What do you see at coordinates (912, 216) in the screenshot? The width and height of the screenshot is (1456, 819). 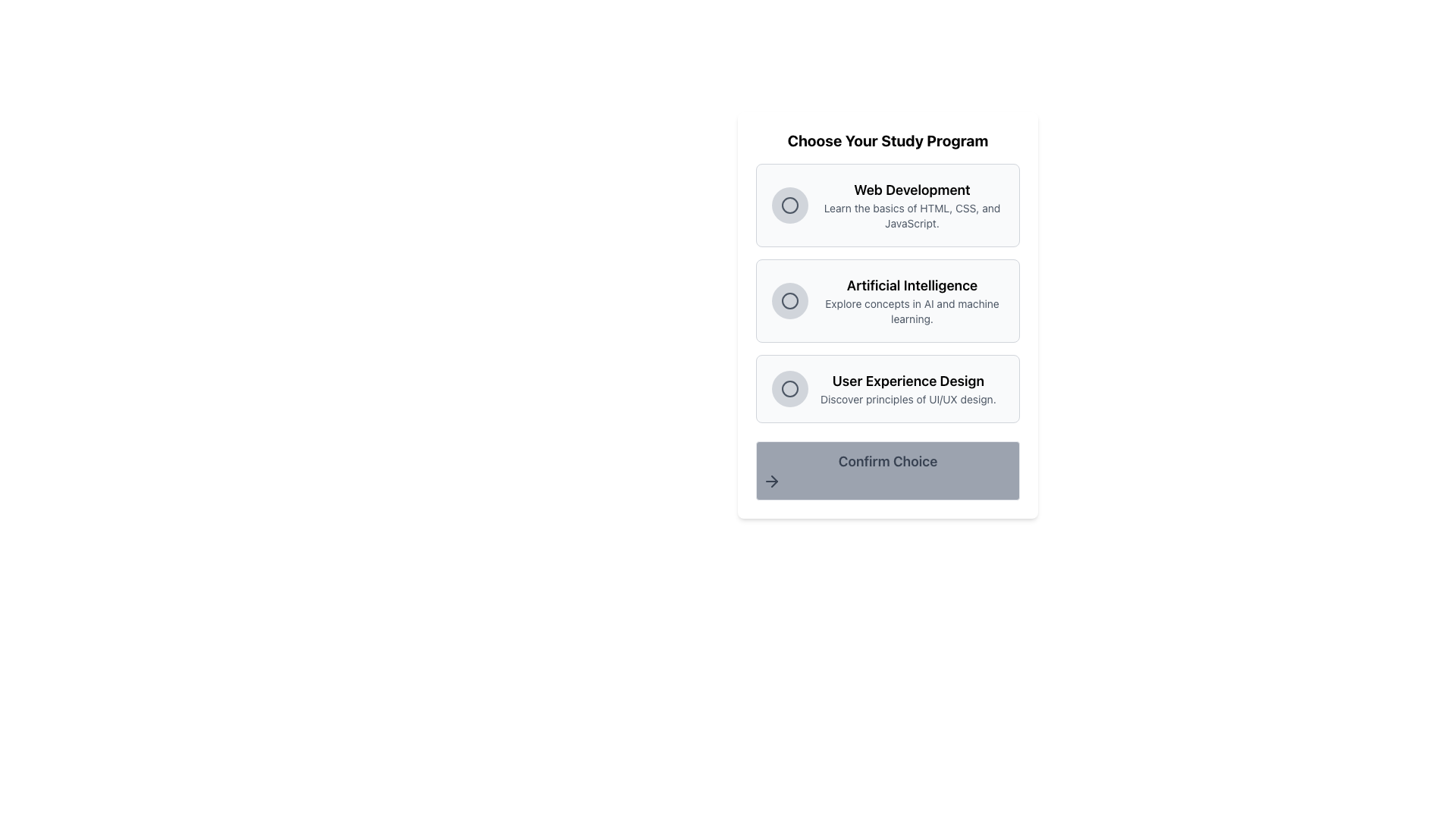 I see `the descriptive subtitle text reading 'Learn the basics of HTML, CSS, and JavaScript.' which is located below the bold header 'Web Development' in the card layout` at bounding box center [912, 216].